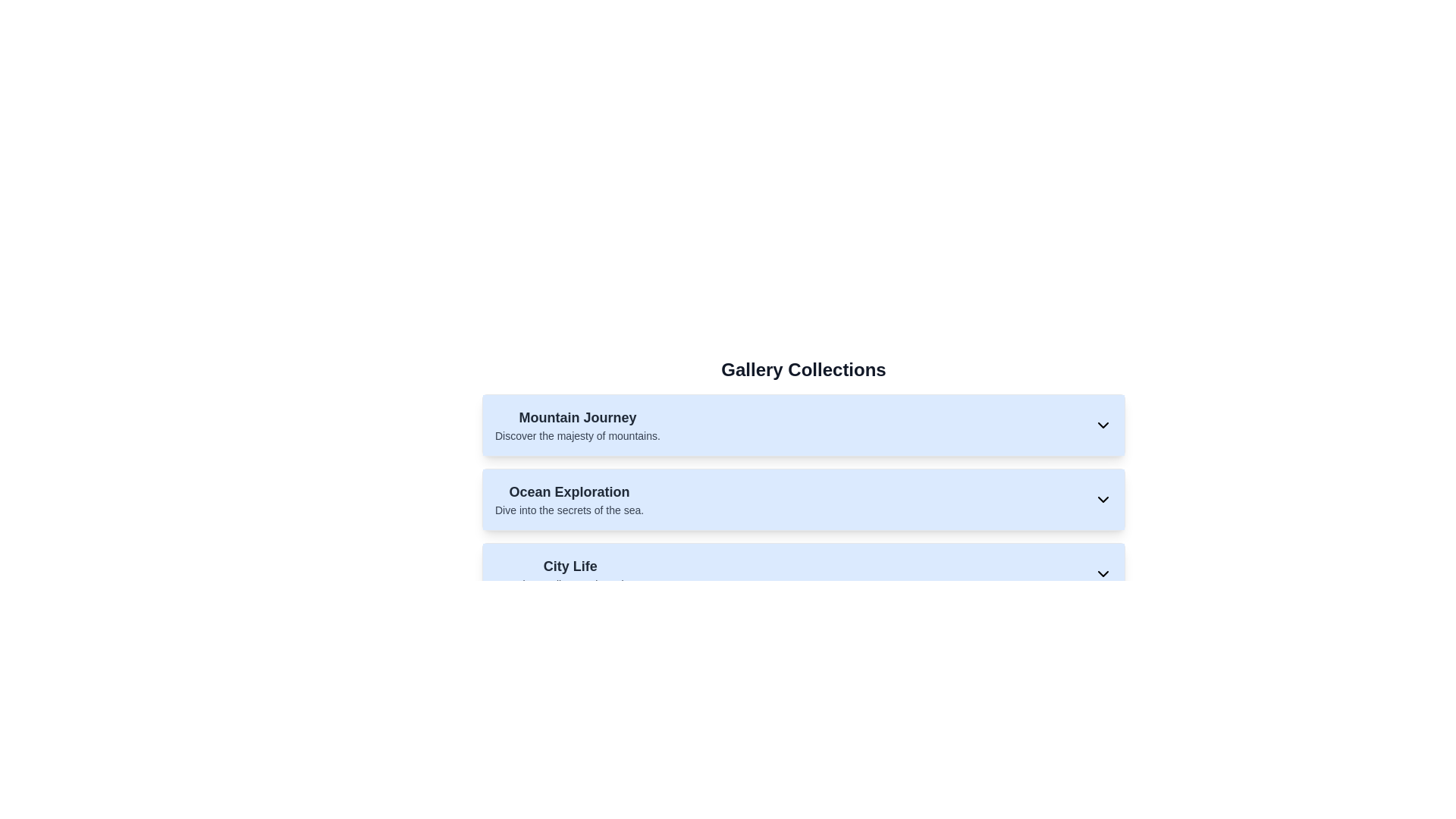 This screenshot has width=1456, height=819. What do you see at coordinates (576, 418) in the screenshot?
I see `the static header text indicating the title or primary topic of the associated content in the gallery view` at bounding box center [576, 418].